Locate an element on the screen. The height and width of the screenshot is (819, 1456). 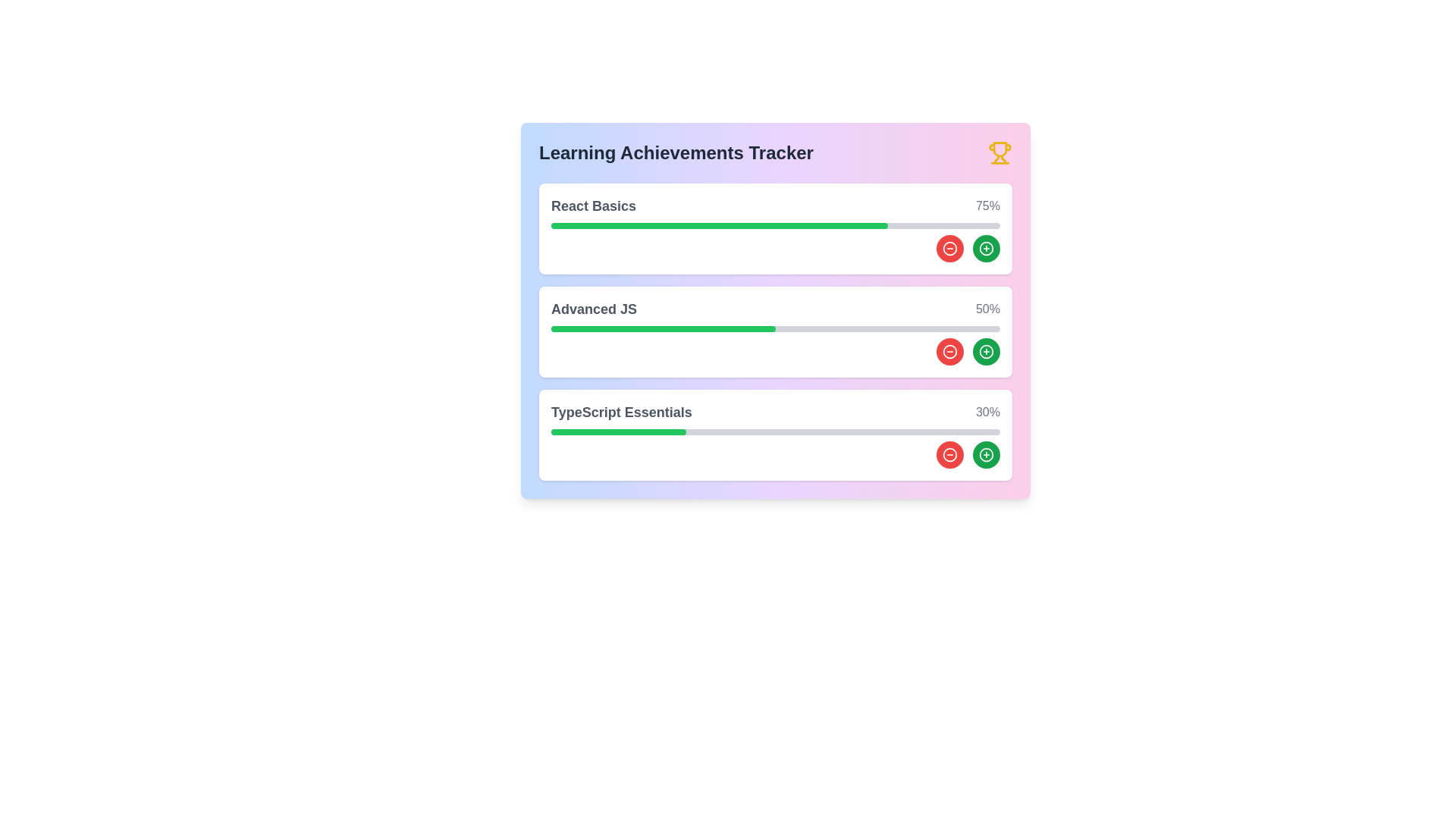
the progress label indicating 'React Basics', which is located to the right of the section's title is located at coordinates (987, 206).